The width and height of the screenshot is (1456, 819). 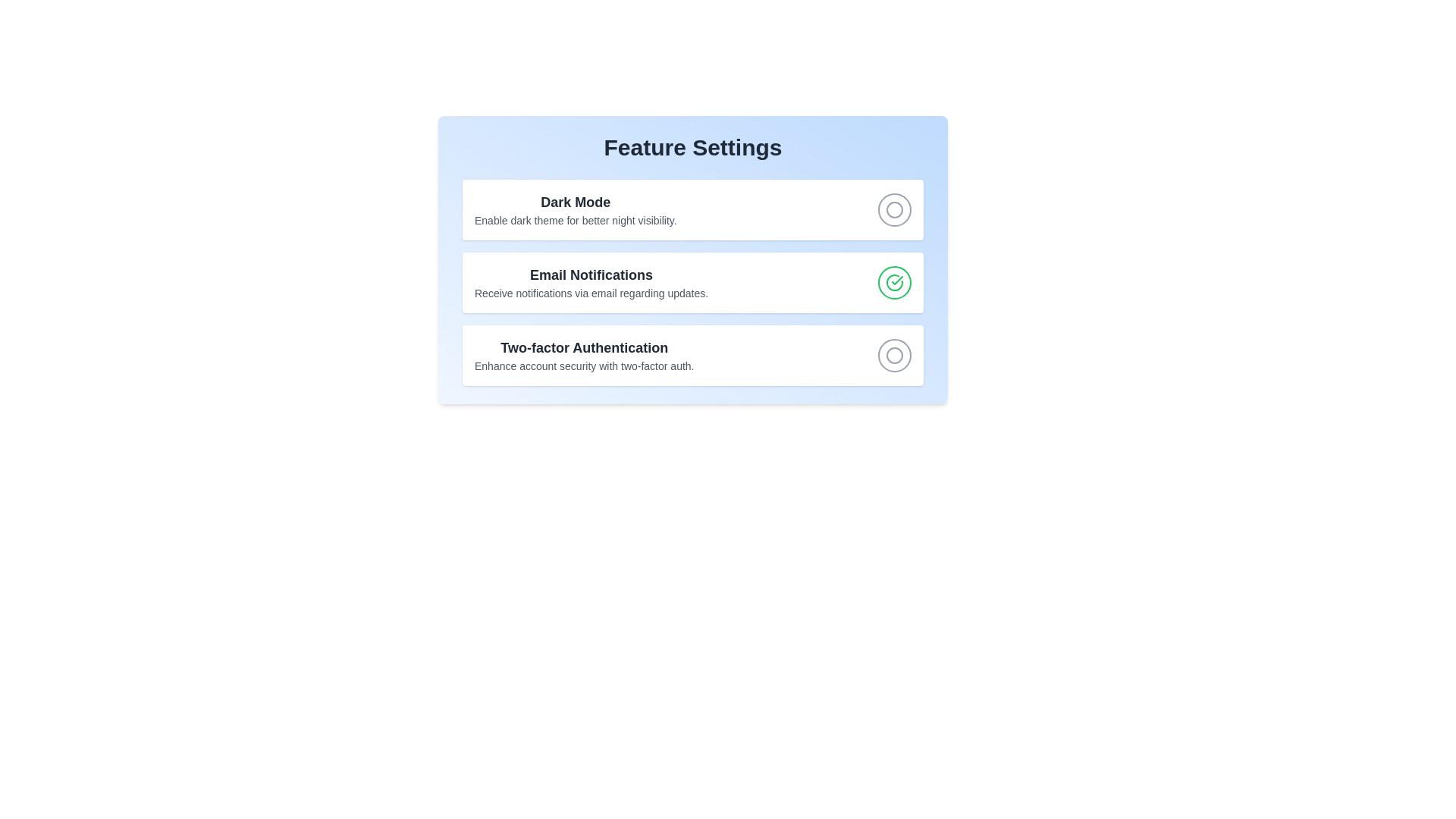 What do you see at coordinates (591, 293) in the screenshot?
I see `the static text that states 'Receive notifications via email regarding updates.' located under the 'Email Notifications' title` at bounding box center [591, 293].